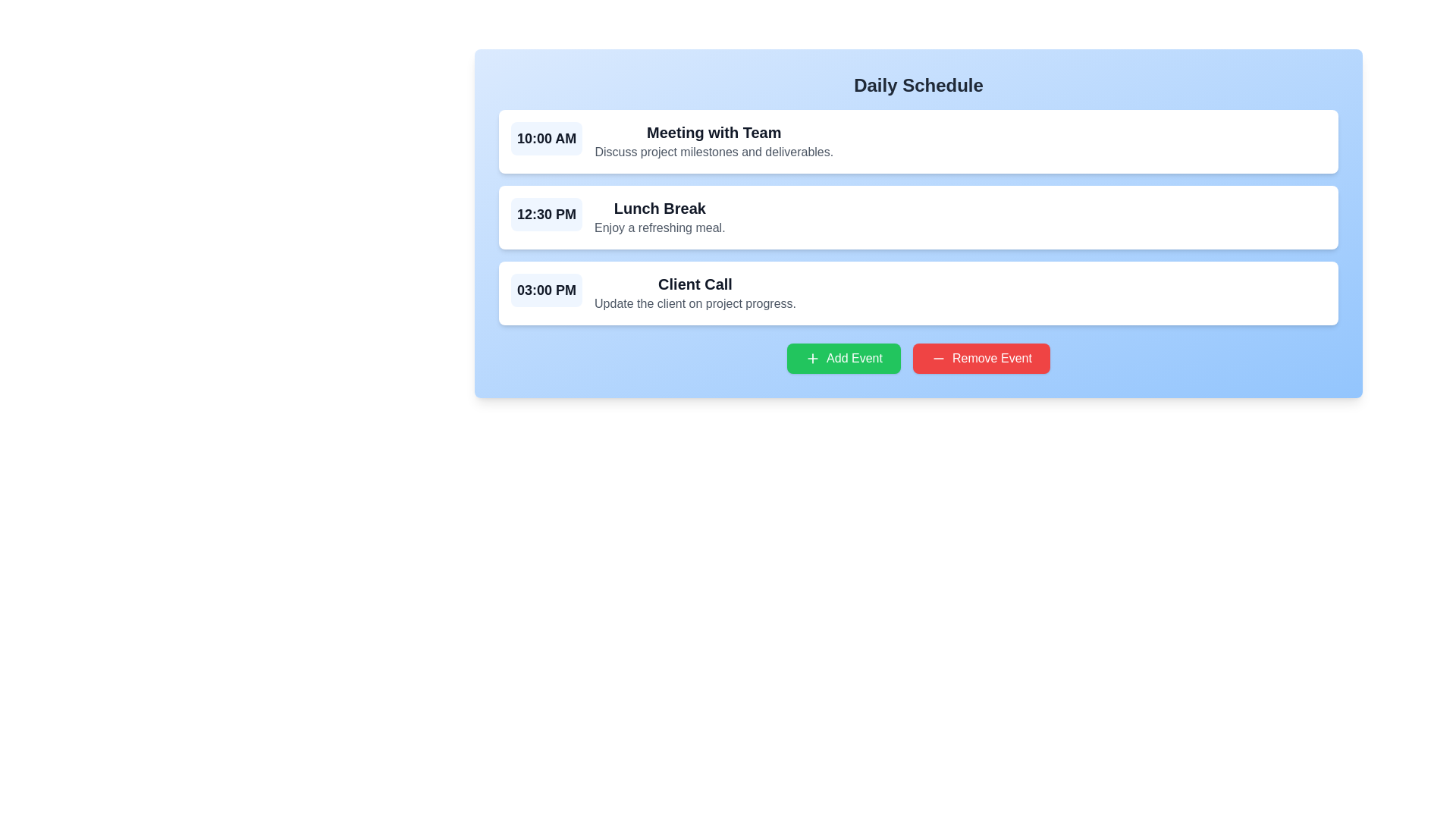 The height and width of the screenshot is (819, 1456). What do you see at coordinates (918, 141) in the screenshot?
I see `and drop the List item element displaying 'Meeting with Team'` at bounding box center [918, 141].